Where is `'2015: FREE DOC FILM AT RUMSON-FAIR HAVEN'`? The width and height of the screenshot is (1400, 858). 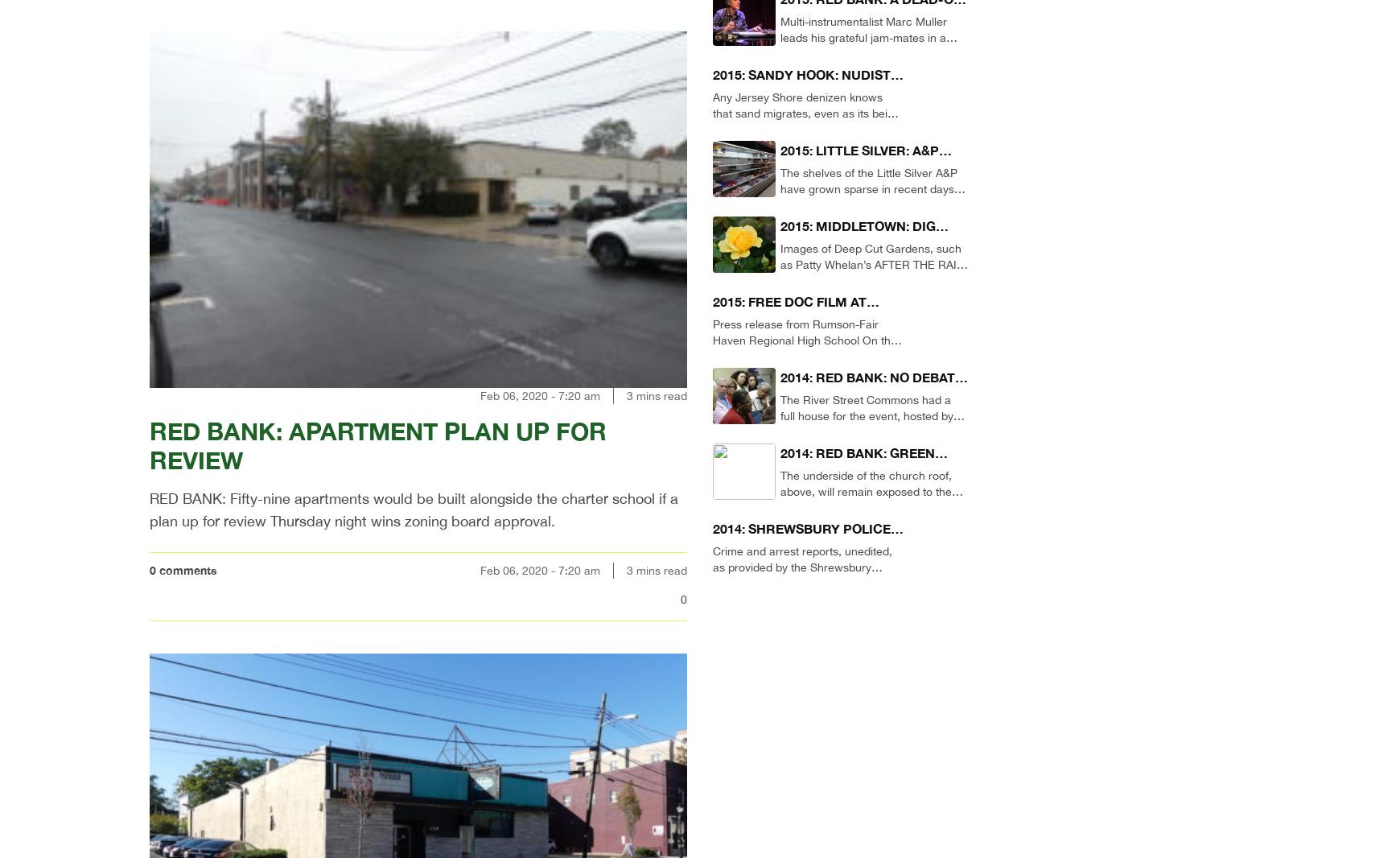 '2015: FREE DOC FILM AT RUMSON-FAIR HAVEN' is located at coordinates (712, 311).